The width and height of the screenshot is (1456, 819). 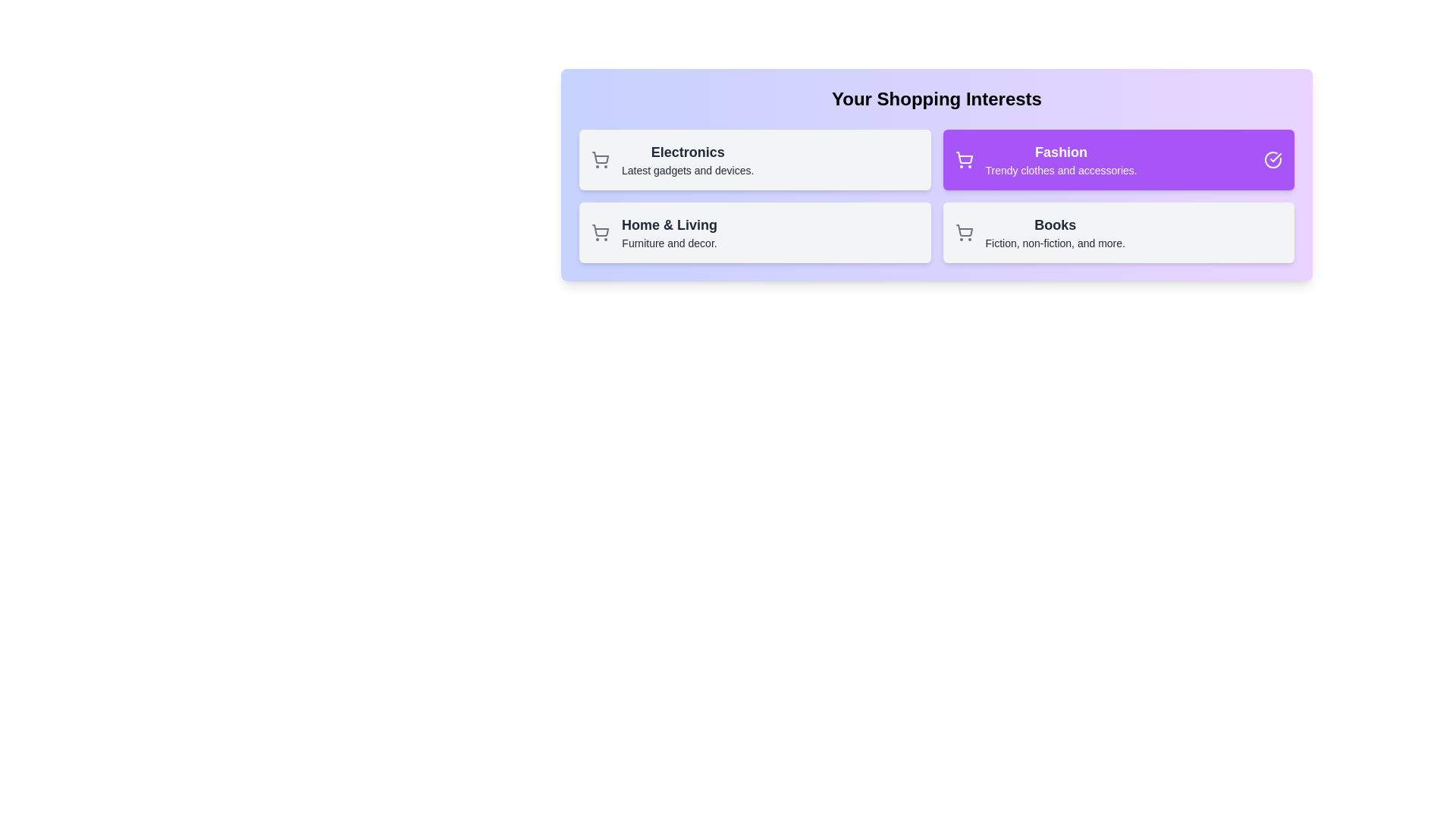 I want to click on the icon for the category Books to toggle its state, so click(x=963, y=233).